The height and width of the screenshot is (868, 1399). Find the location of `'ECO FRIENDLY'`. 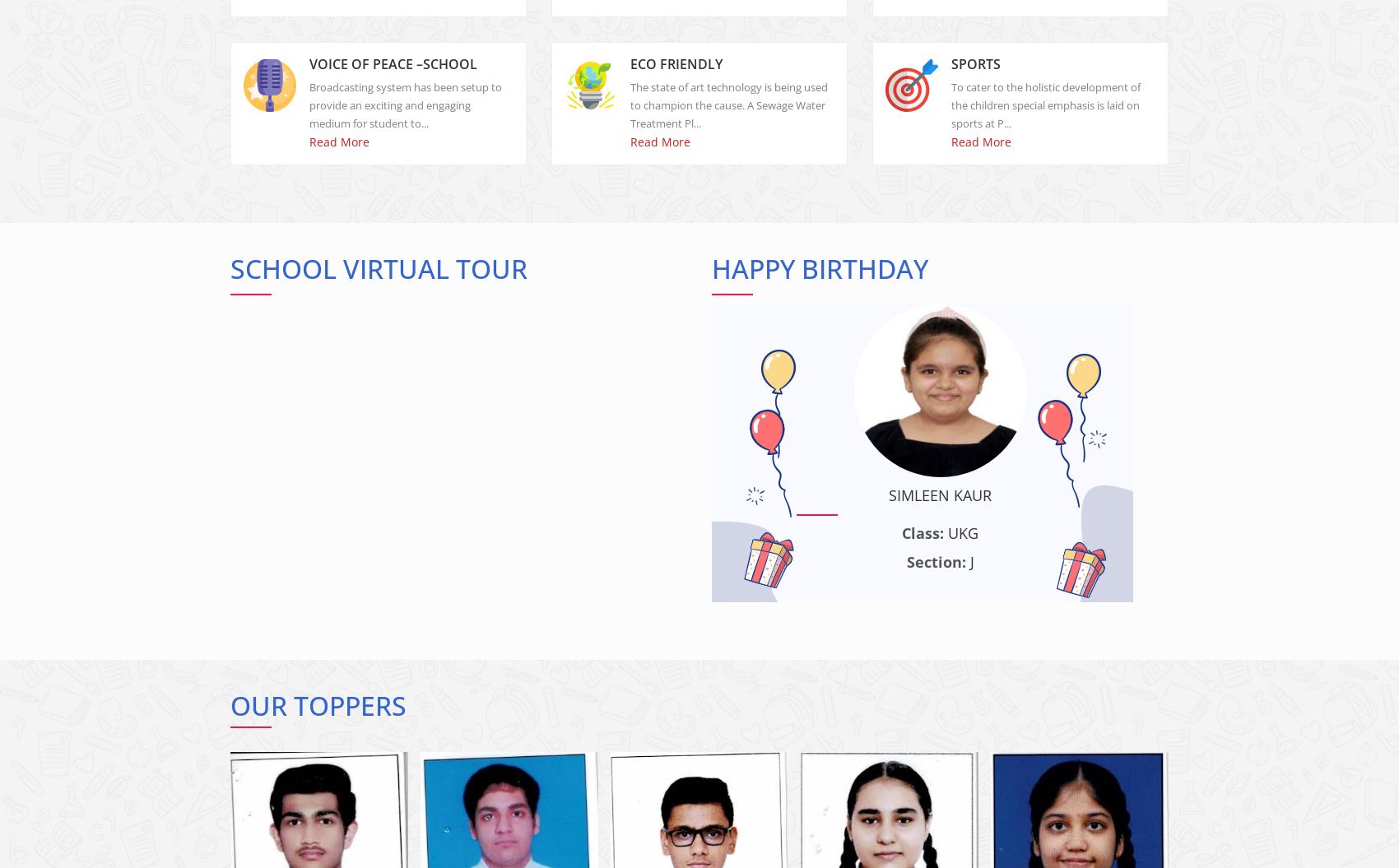

'ECO FRIENDLY' is located at coordinates (675, 77).